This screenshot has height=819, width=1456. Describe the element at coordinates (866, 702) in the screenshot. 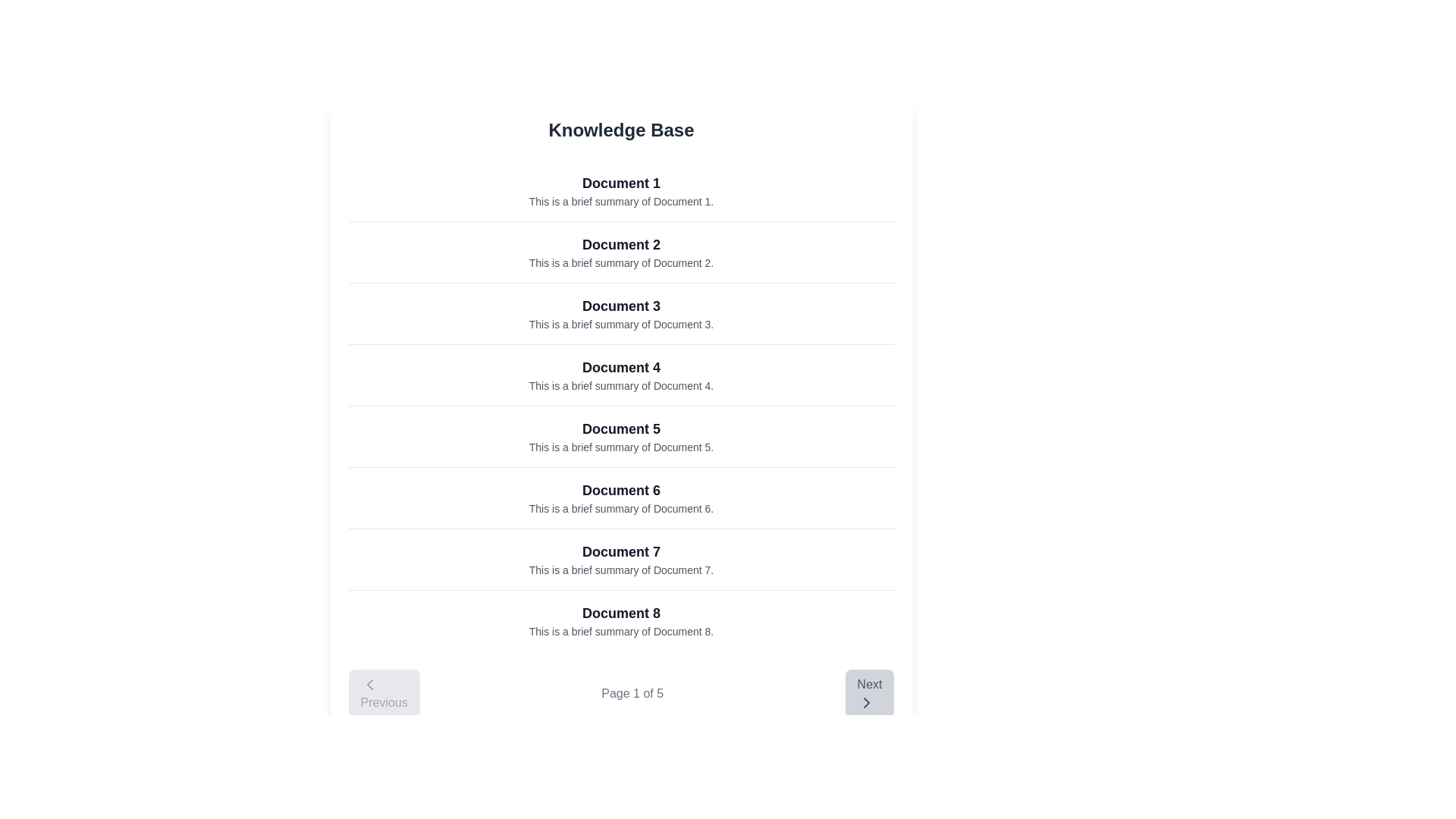

I see `the arrow icon for the 'Next' pagination button located at the bottom-right corner of the interface` at that location.